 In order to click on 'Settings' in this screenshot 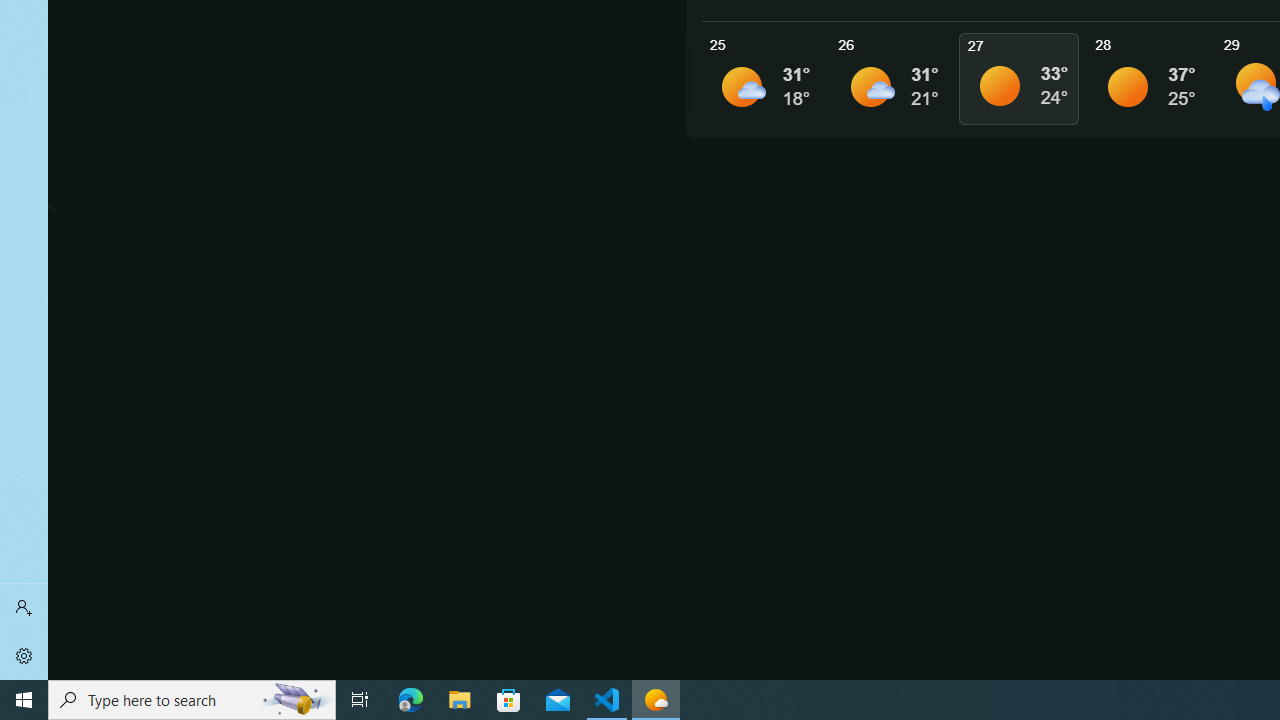, I will do `click(24, 655)`.